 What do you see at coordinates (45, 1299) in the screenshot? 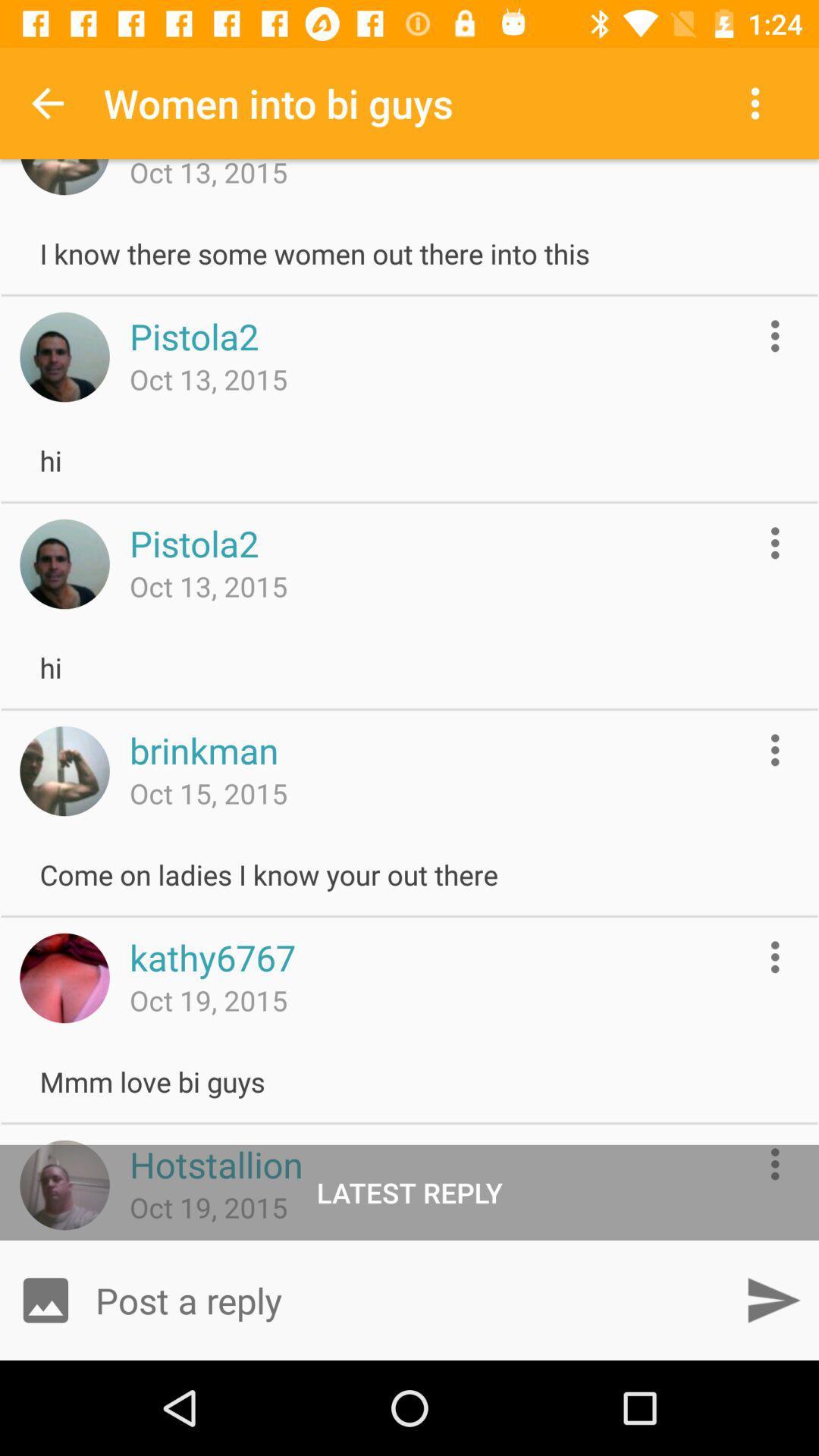
I see `attach photo` at bounding box center [45, 1299].